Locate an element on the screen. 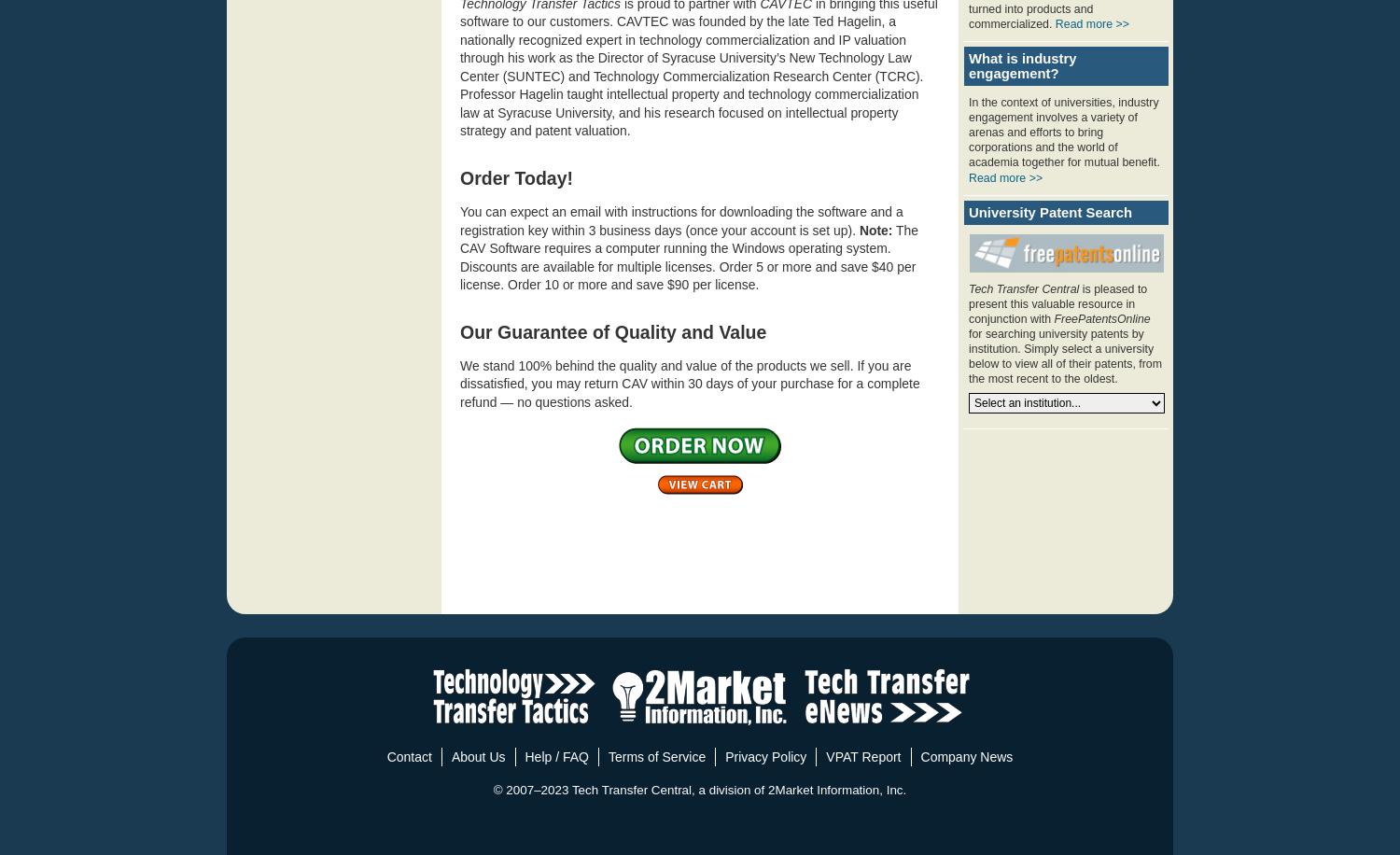  'Help / FAQ' is located at coordinates (554, 756).